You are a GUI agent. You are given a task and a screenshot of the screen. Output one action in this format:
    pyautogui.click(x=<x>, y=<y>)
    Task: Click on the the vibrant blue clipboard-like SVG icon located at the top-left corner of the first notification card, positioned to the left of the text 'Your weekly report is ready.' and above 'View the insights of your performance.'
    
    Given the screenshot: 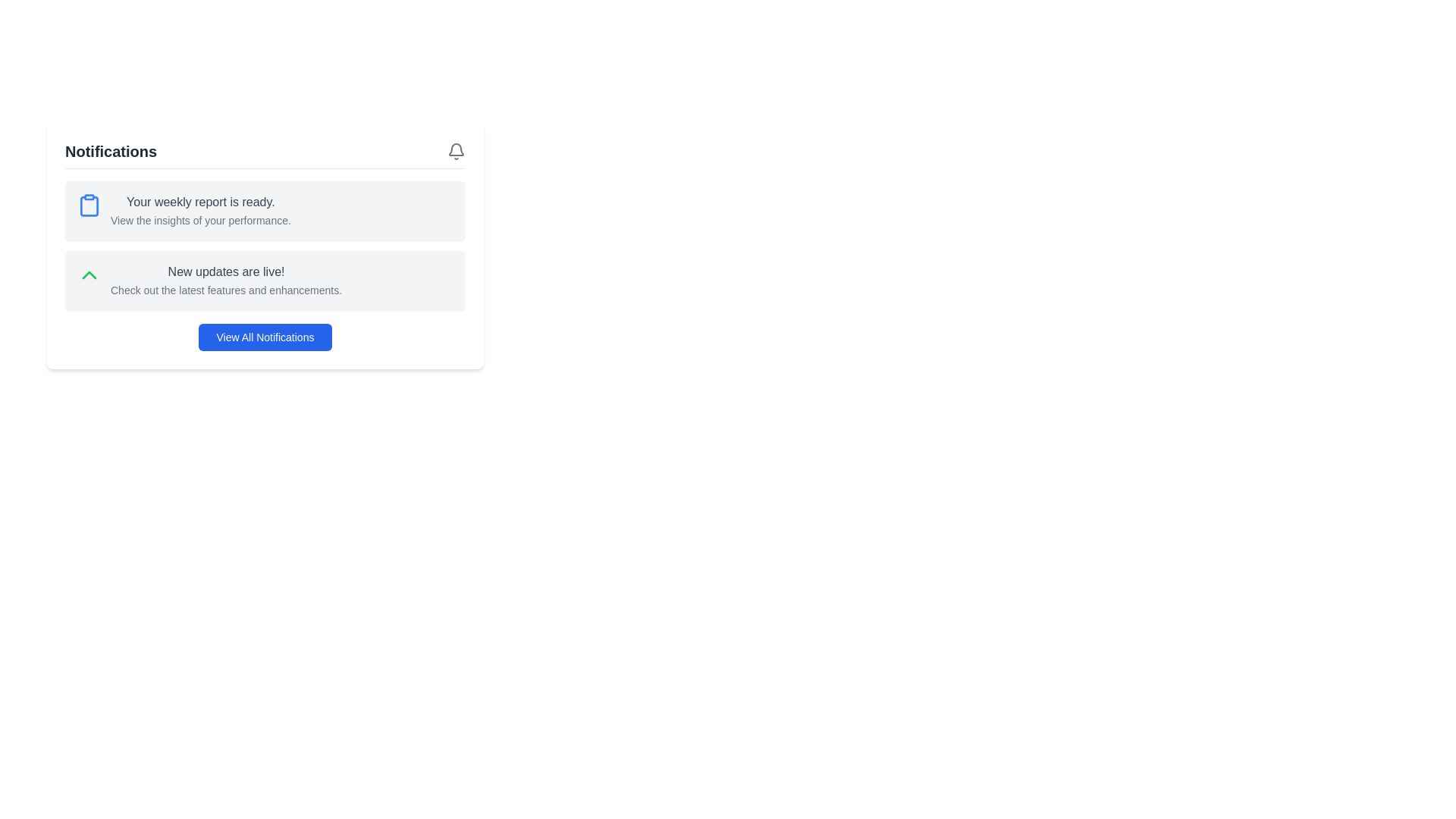 What is the action you would take?
    pyautogui.click(x=89, y=205)
    